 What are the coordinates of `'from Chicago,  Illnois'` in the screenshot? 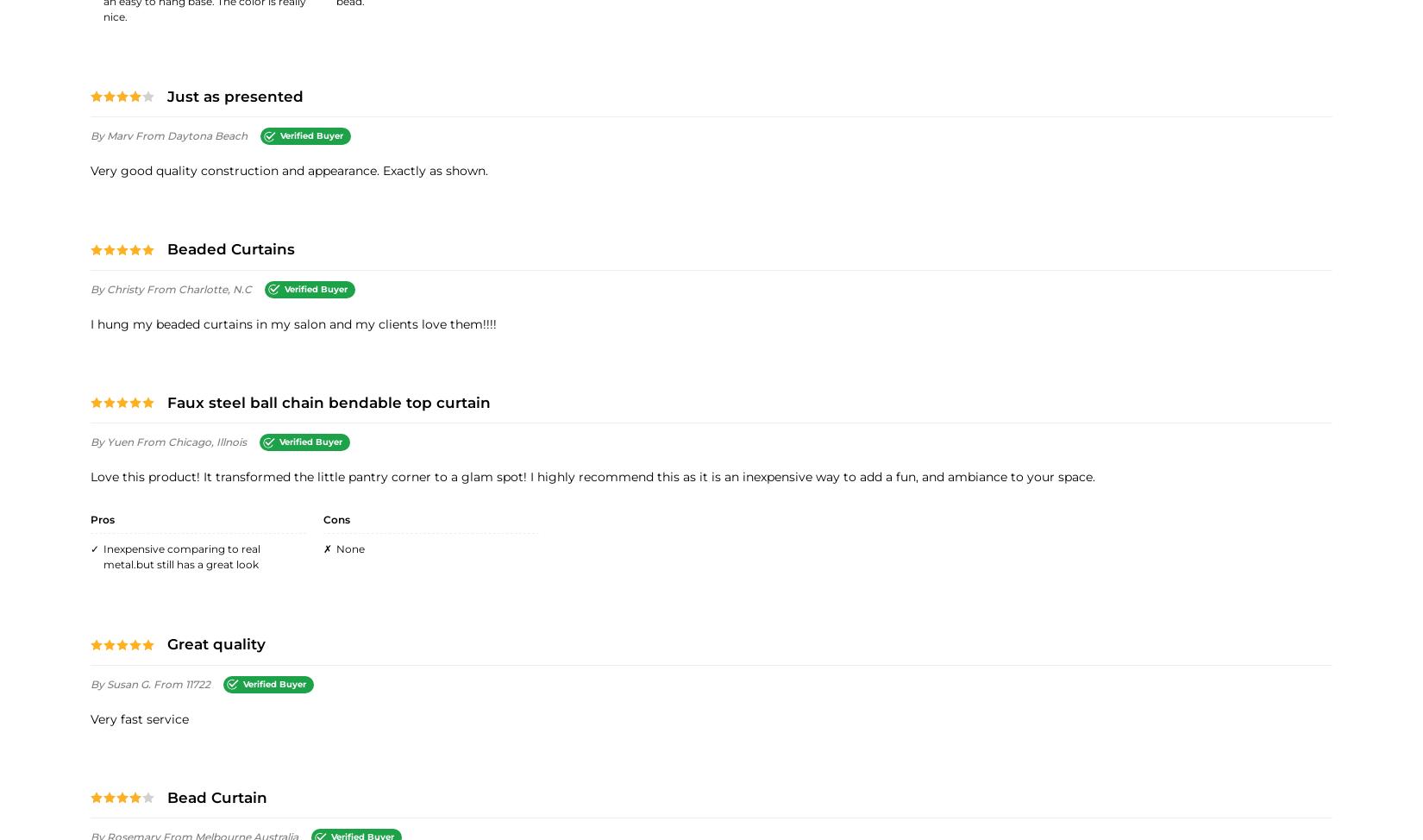 It's located at (136, 442).